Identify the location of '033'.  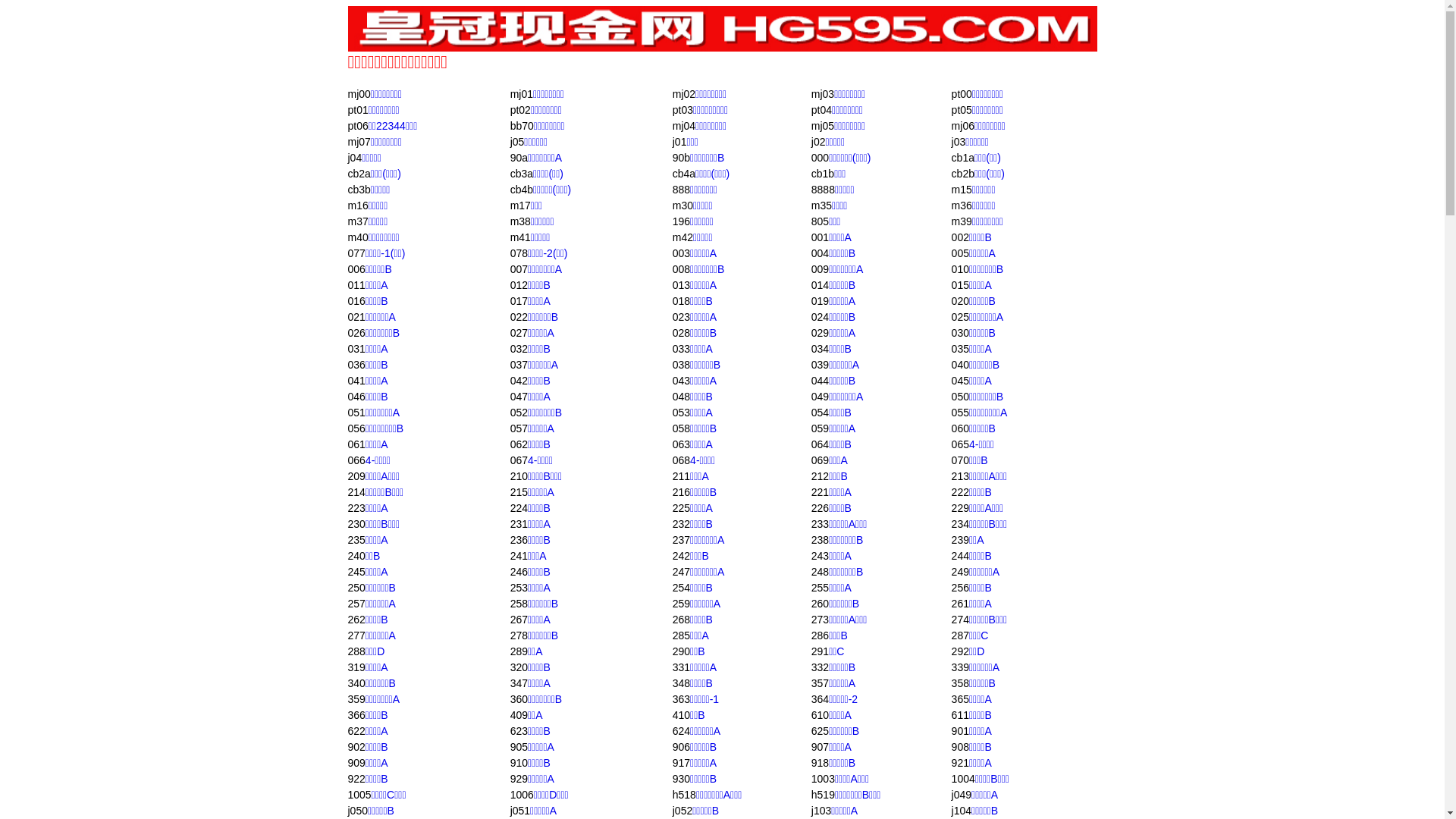
(680, 348).